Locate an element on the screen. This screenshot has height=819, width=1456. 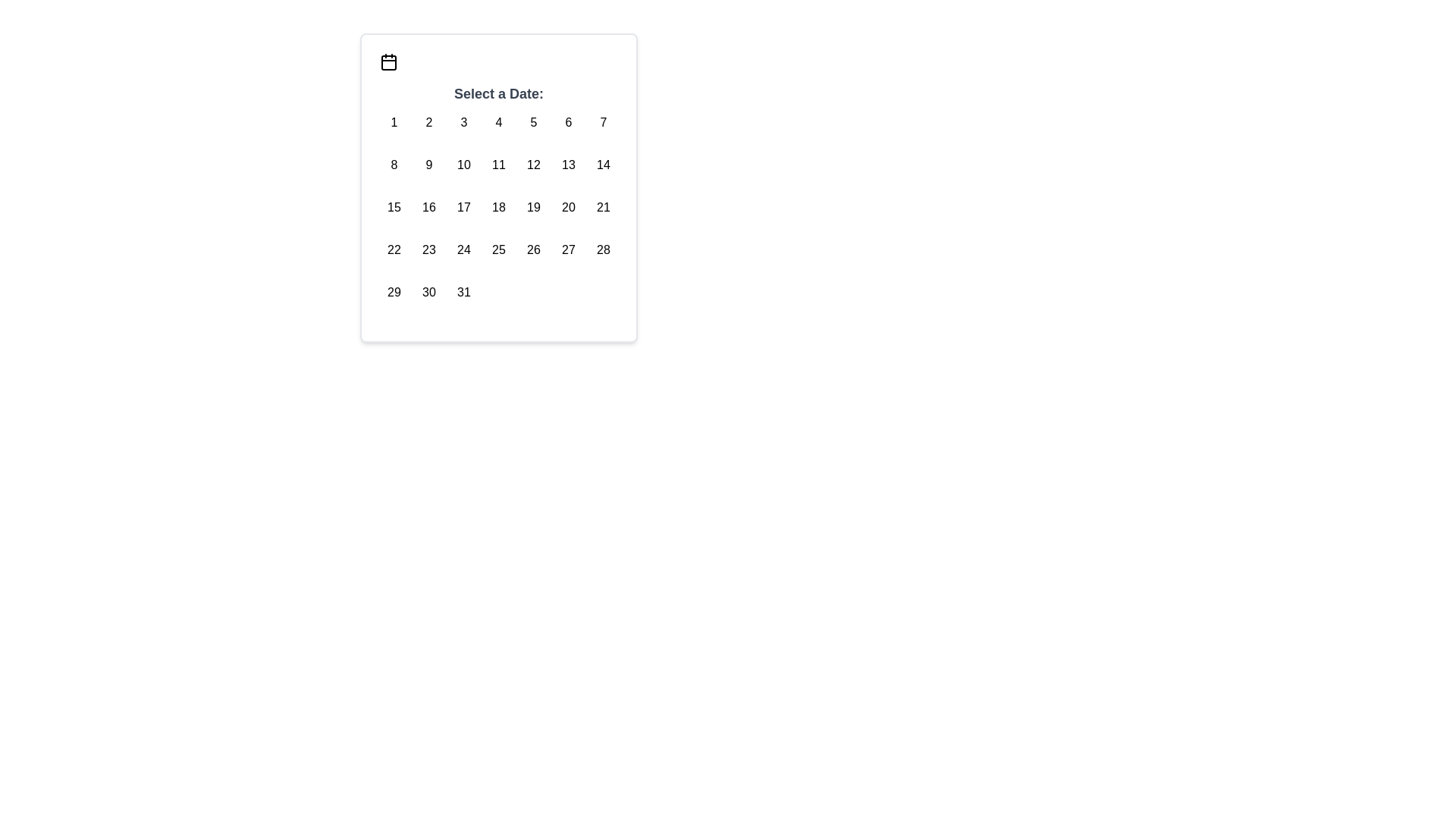
the circular button displaying '30' in the calendar grid, located in the last row and second column, between '29' and '31', for navigation is located at coordinates (428, 292).